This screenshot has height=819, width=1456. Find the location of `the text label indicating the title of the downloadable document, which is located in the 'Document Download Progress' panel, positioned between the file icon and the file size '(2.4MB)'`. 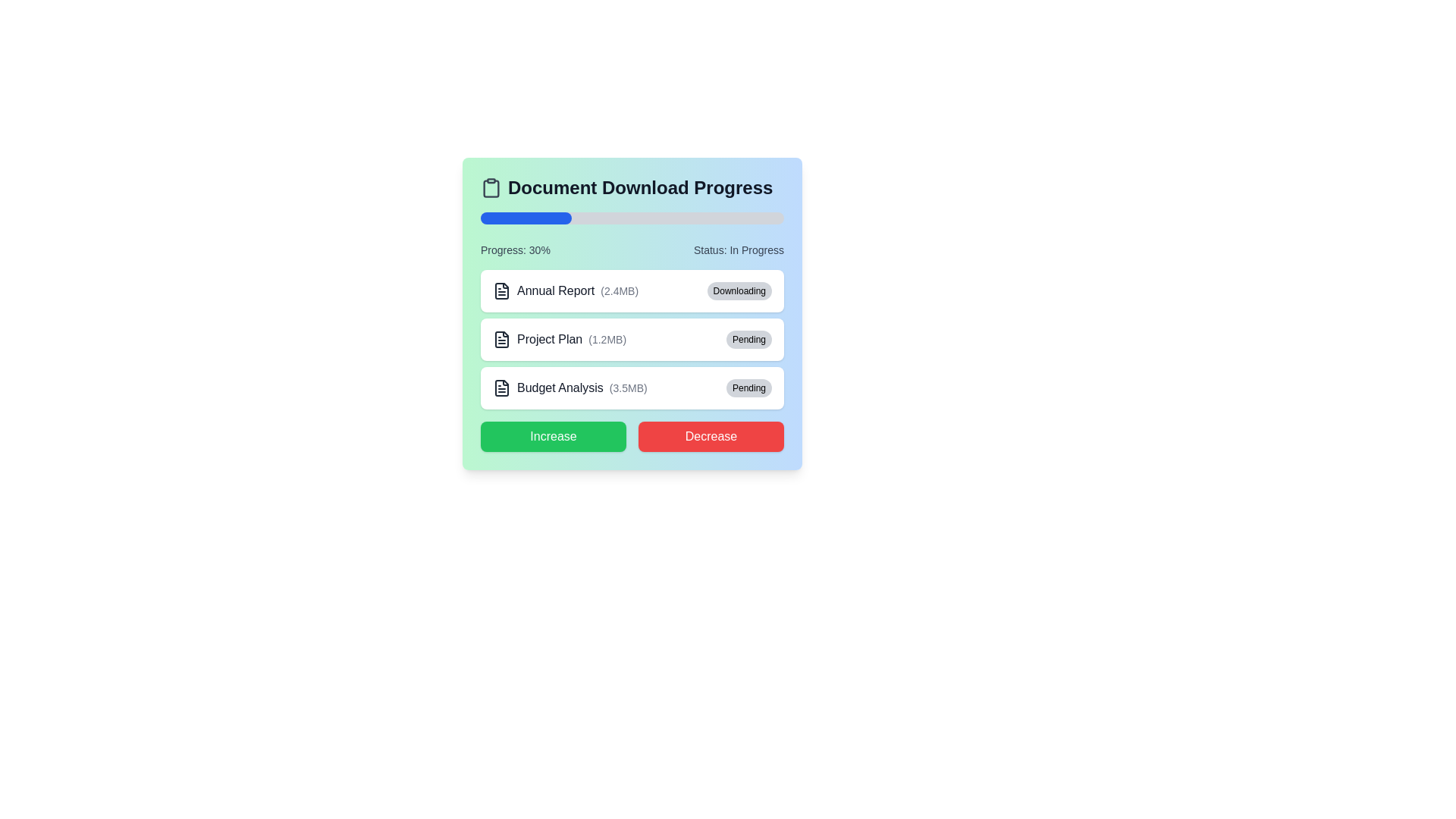

the text label indicating the title of the downloadable document, which is located in the 'Document Download Progress' panel, positioned between the file icon and the file size '(2.4MB)' is located at coordinates (555, 291).